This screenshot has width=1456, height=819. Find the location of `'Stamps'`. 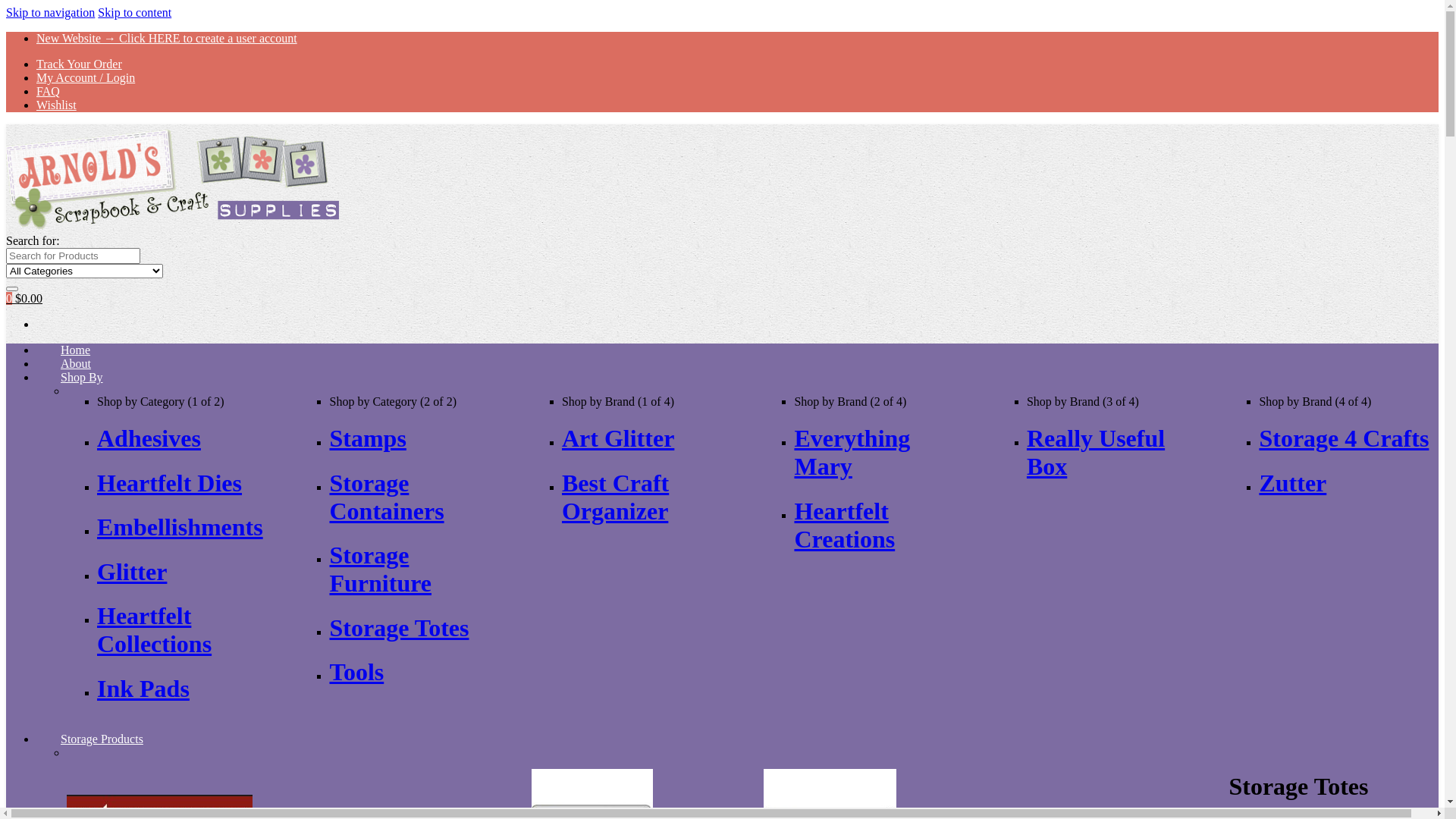

'Stamps' is located at coordinates (367, 438).